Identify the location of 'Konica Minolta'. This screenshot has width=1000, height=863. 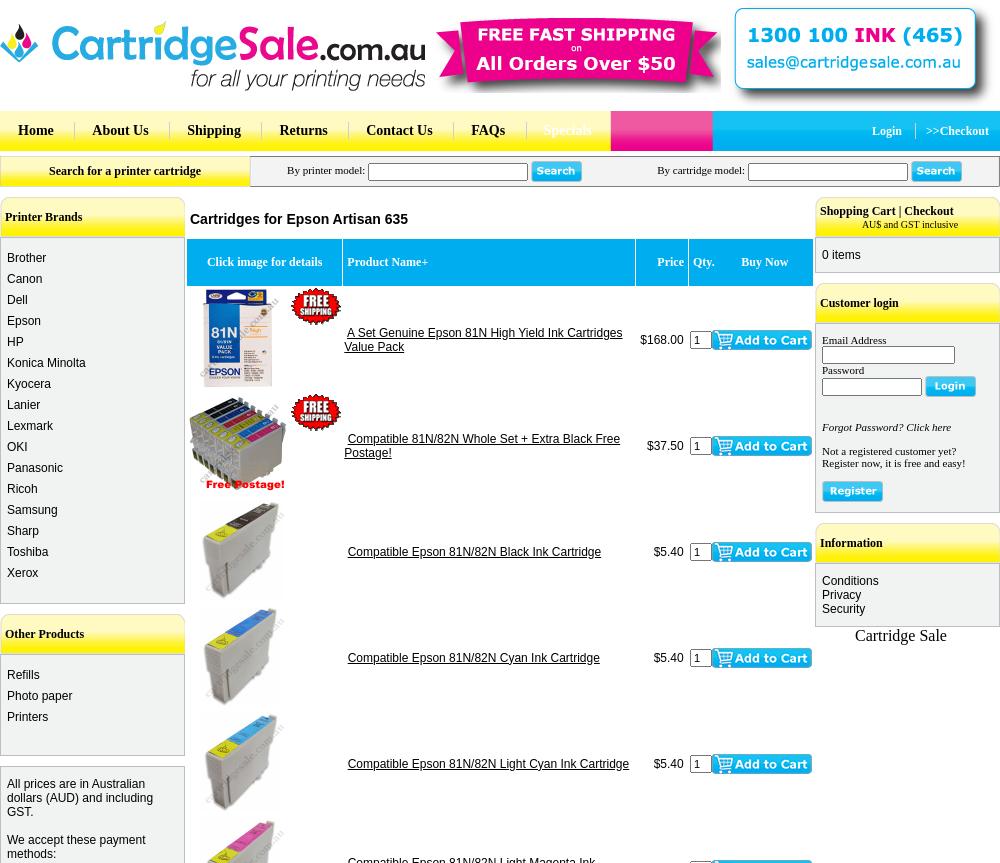
(46, 362).